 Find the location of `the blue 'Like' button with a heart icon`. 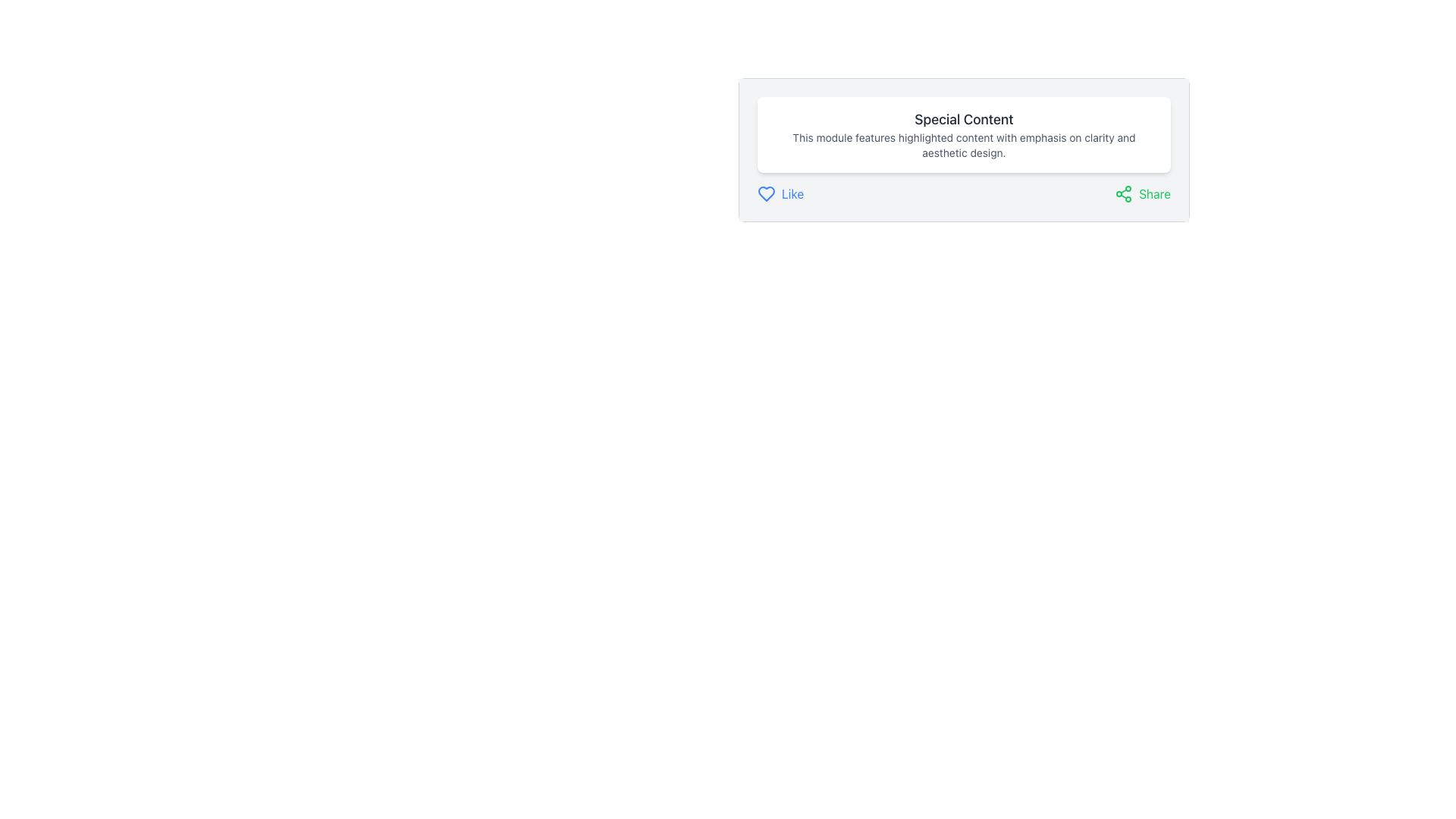

the blue 'Like' button with a heart icon is located at coordinates (780, 193).